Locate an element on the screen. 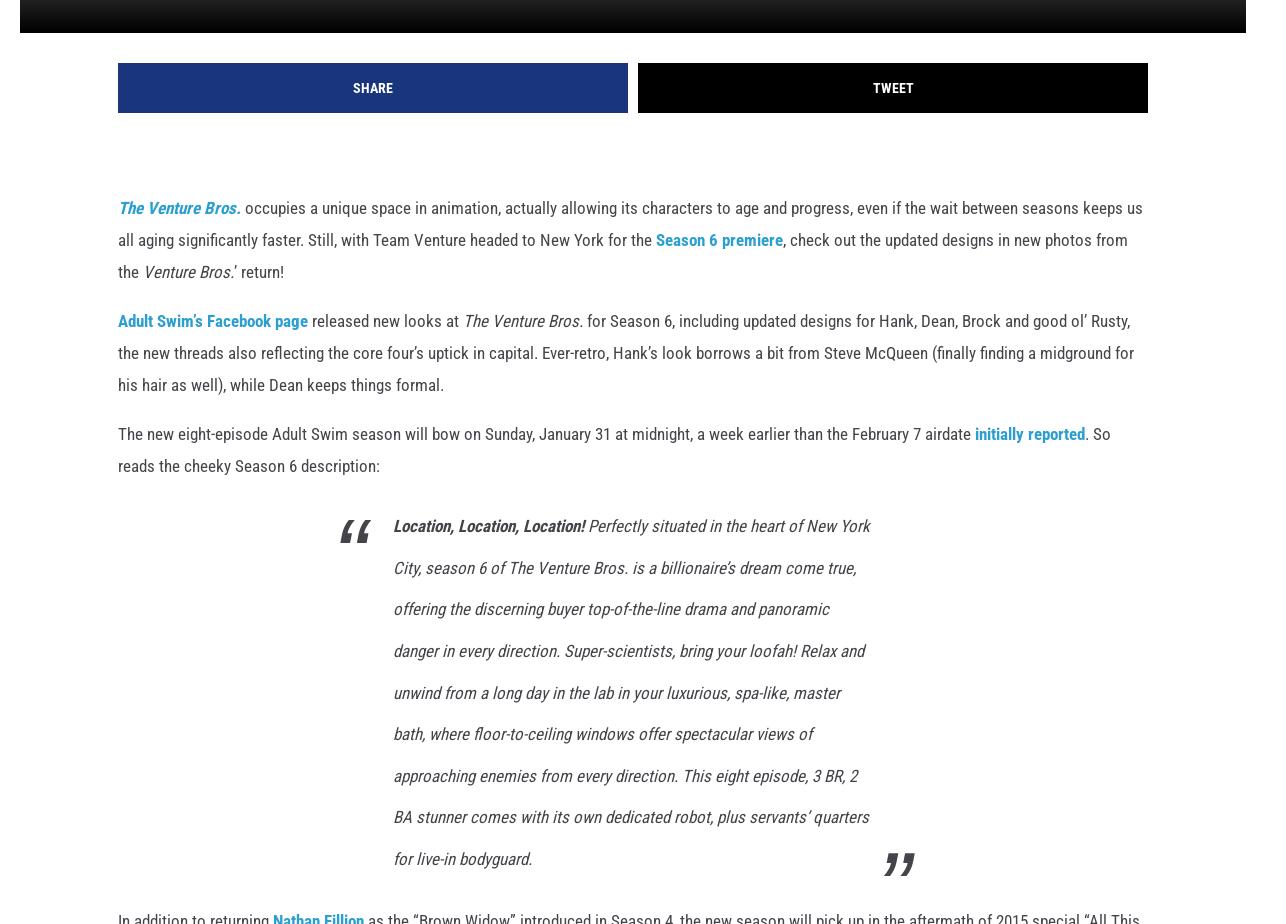 The width and height of the screenshot is (1286, 924). 'Season 6 premiere' is located at coordinates (719, 272).